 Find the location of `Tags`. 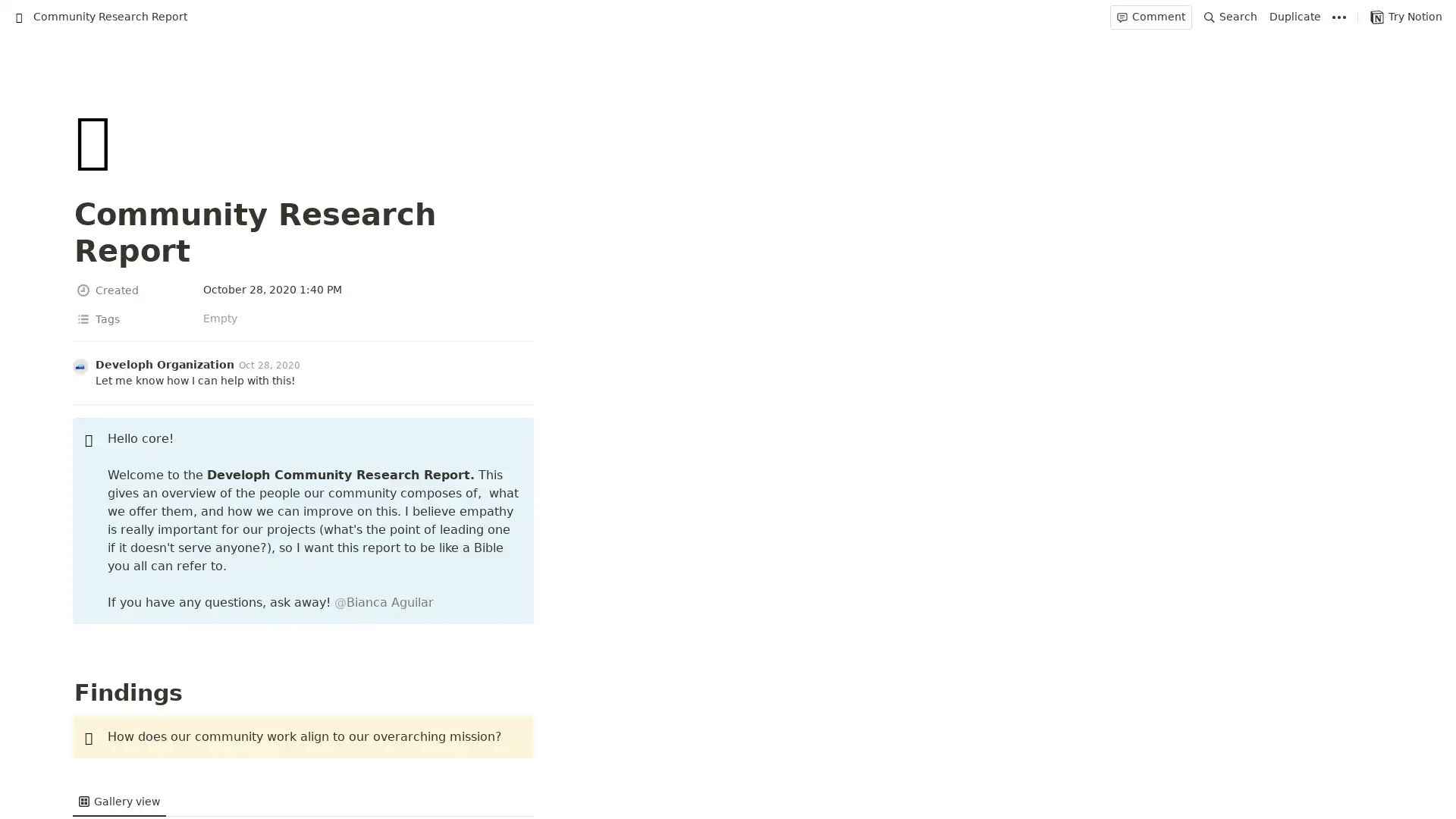

Tags is located at coordinates (133, 283).